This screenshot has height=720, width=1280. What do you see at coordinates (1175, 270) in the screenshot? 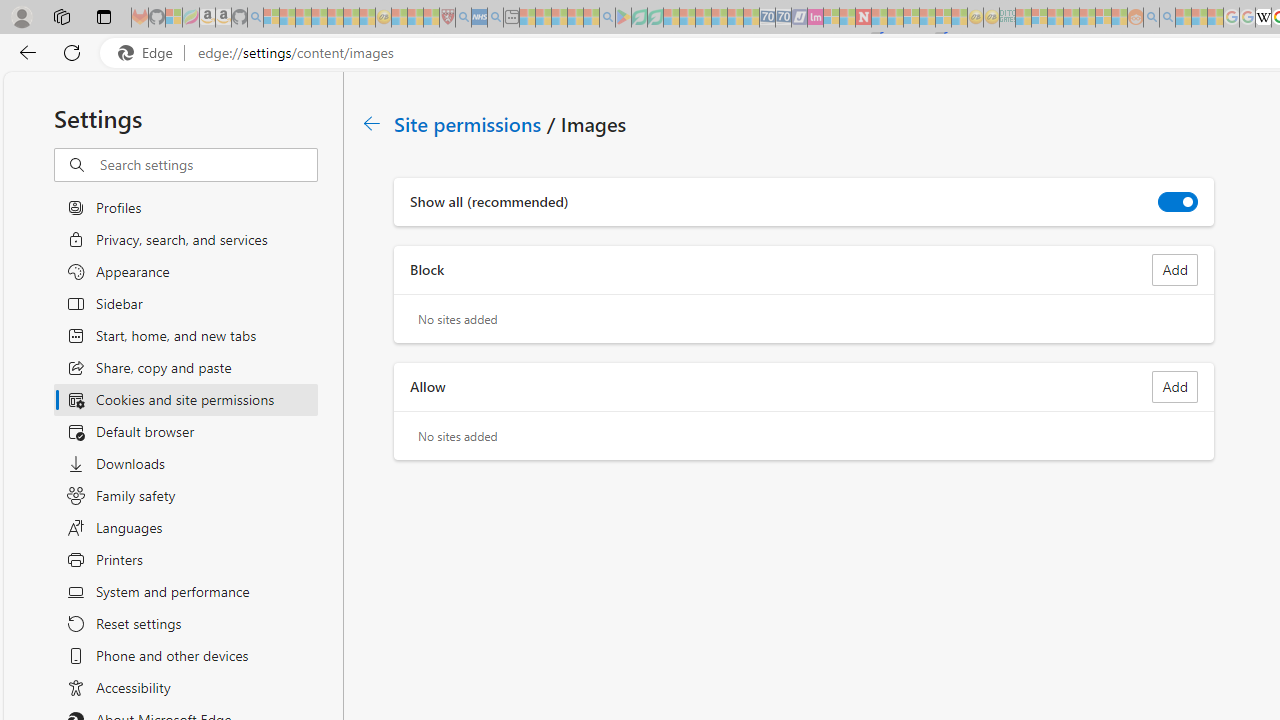
I see `'Add site to Block list'` at bounding box center [1175, 270].